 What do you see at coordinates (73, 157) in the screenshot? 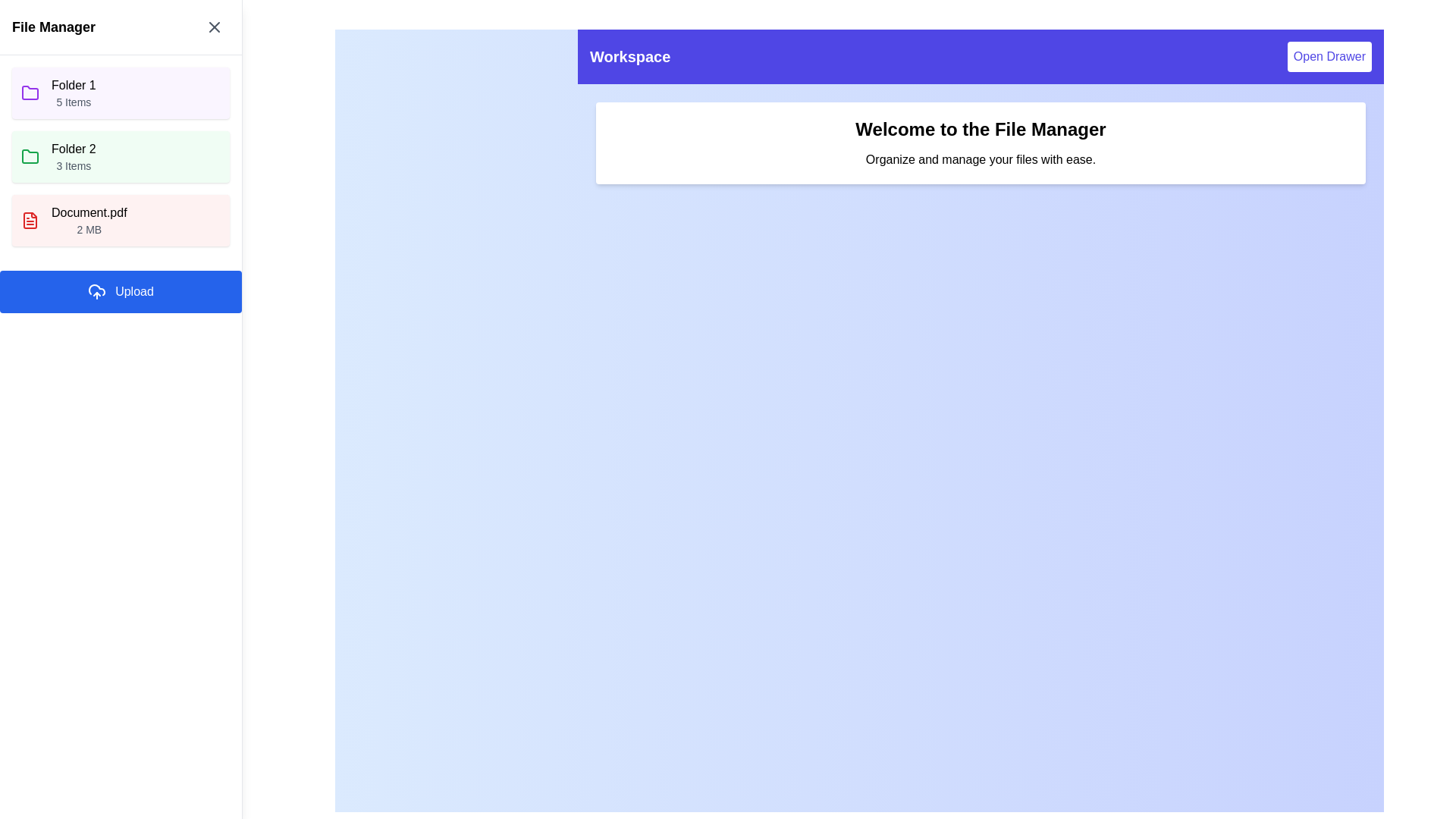
I see `the label 'Folder 2' which is the second item in the left sidebar of the File Manager interface, above 'Document.pdf' and below 'Folder 1'` at bounding box center [73, 157].